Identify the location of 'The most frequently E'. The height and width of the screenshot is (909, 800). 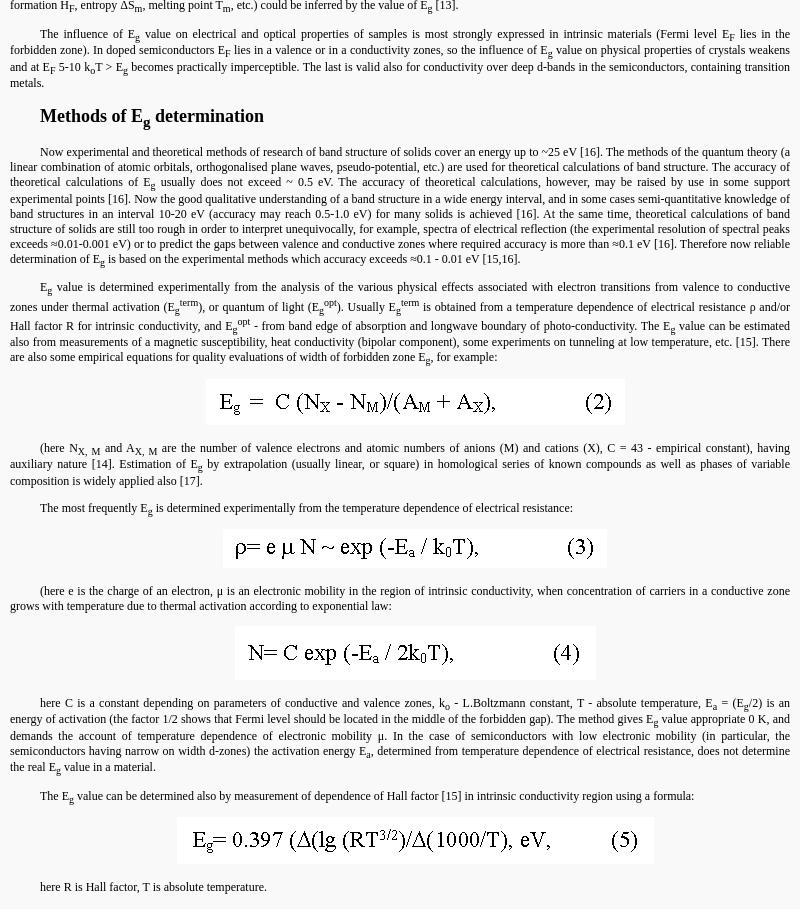
(93, 506).